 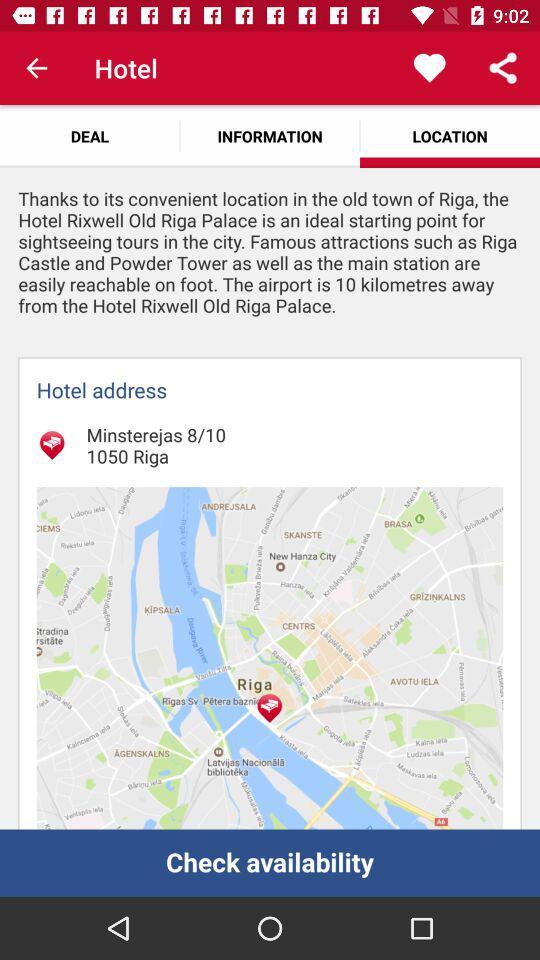 I want to click on item to the left of hotel item, so click(x=36, y=68).